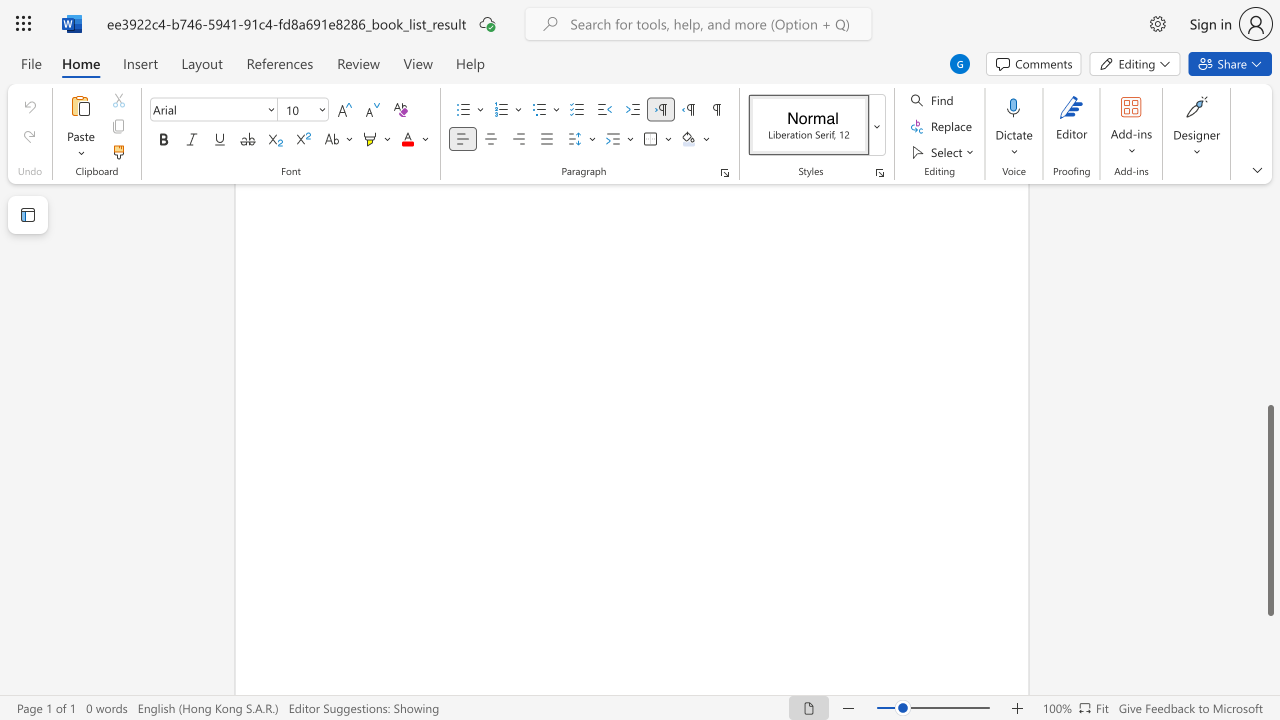 The image size is (1280, 720). I want to click on the scrollbar to scroll the page up, so click(1269, 310).